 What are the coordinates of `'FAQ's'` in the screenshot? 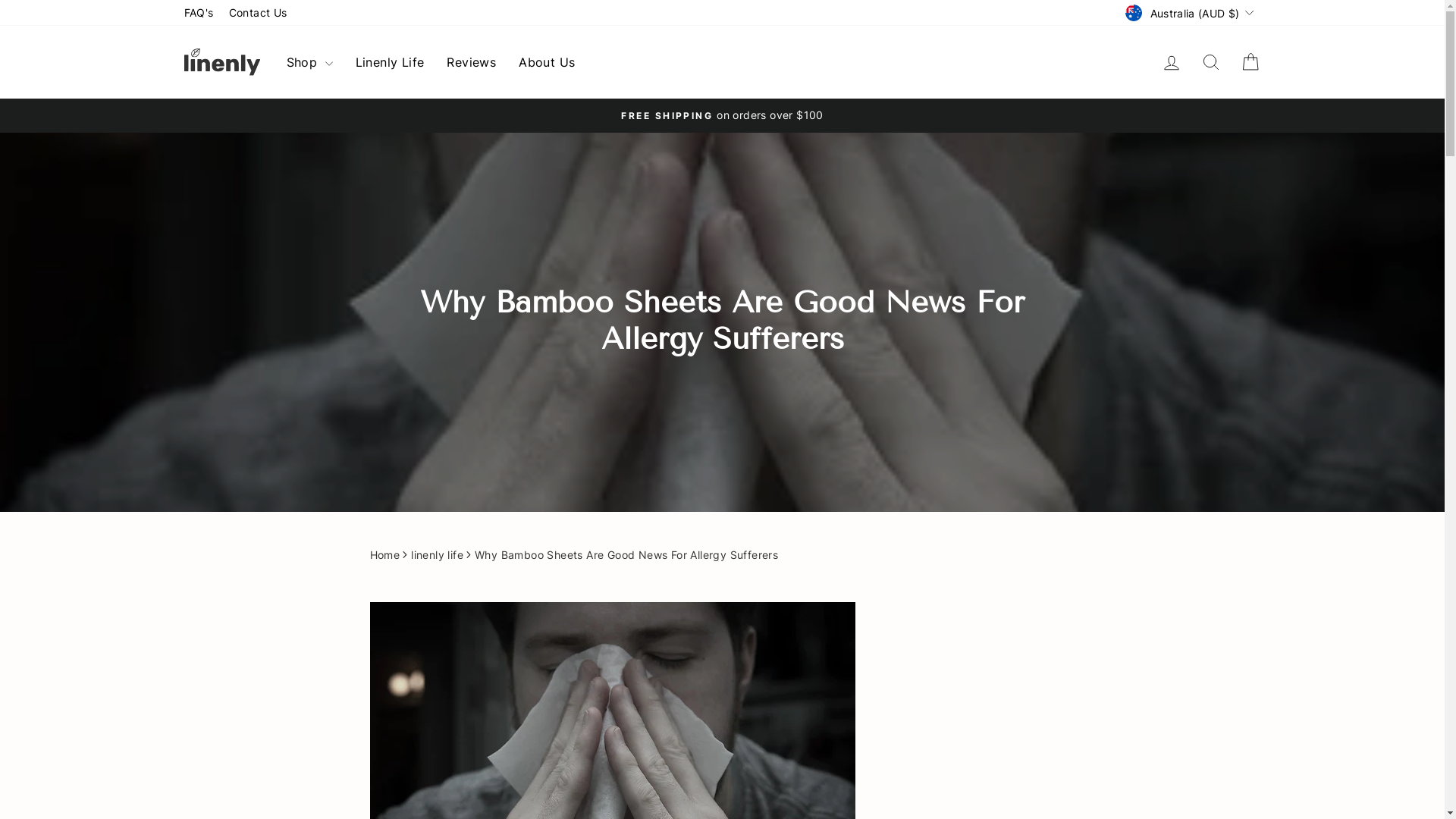 It's located at (197, 12).